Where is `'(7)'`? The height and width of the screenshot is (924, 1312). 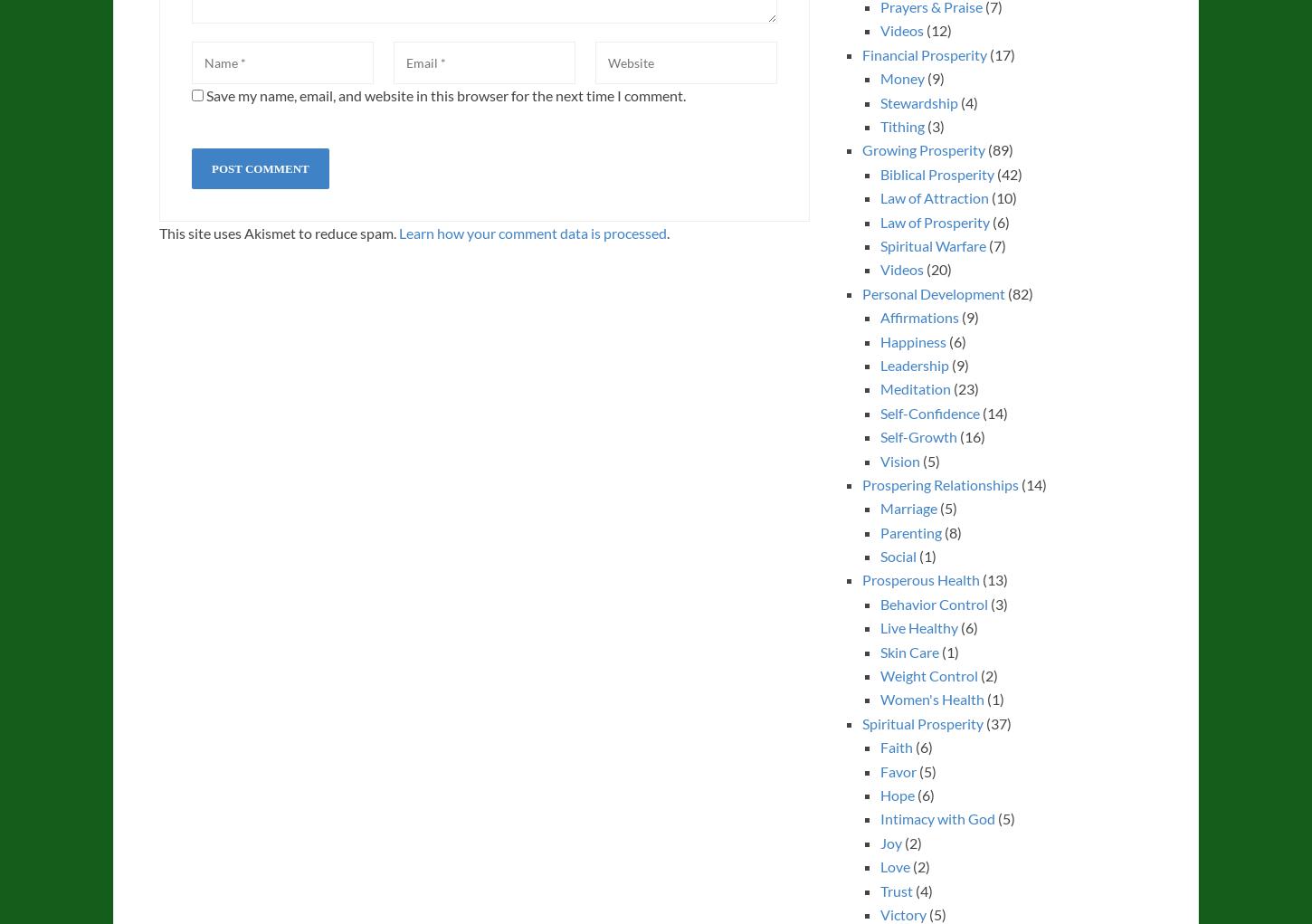
'(7)' is located at coordinates (994, 243).